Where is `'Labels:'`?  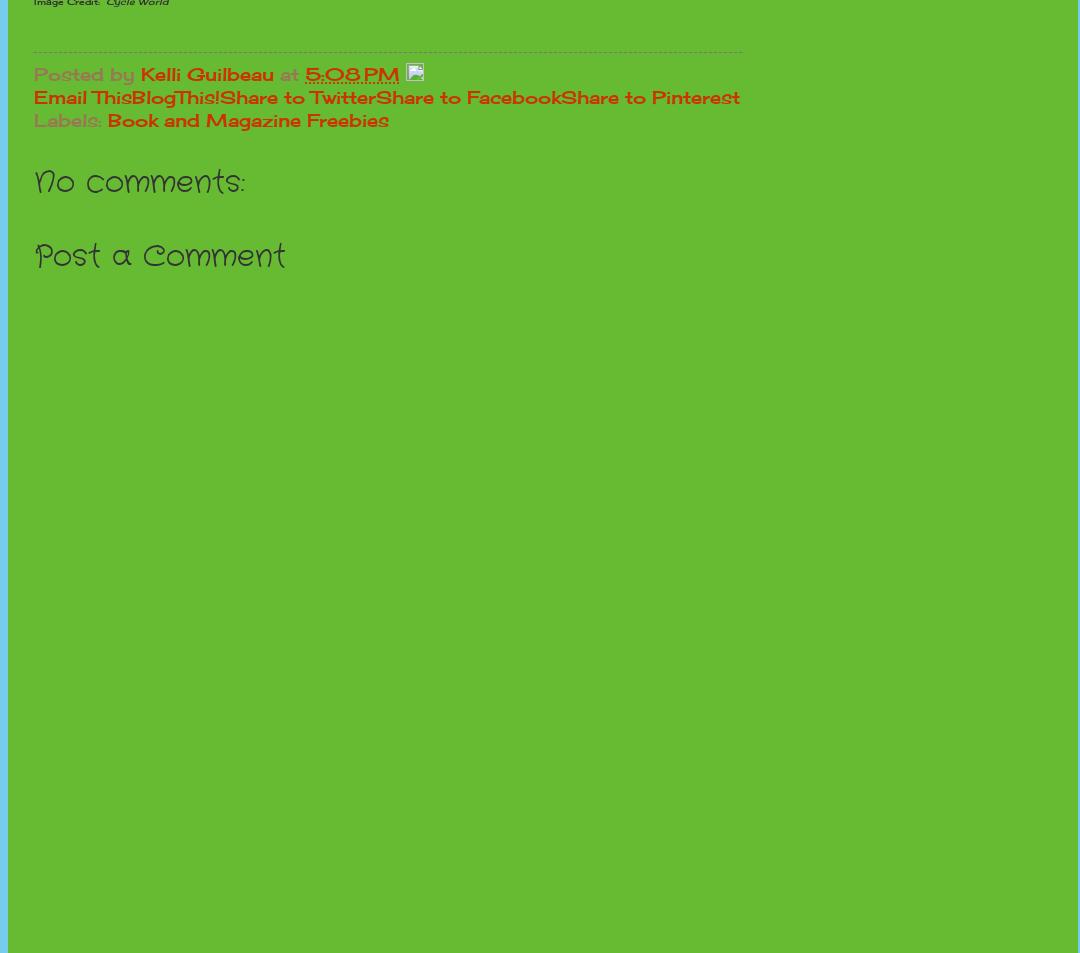 'Labels:' is located at coordinates (34, 118).